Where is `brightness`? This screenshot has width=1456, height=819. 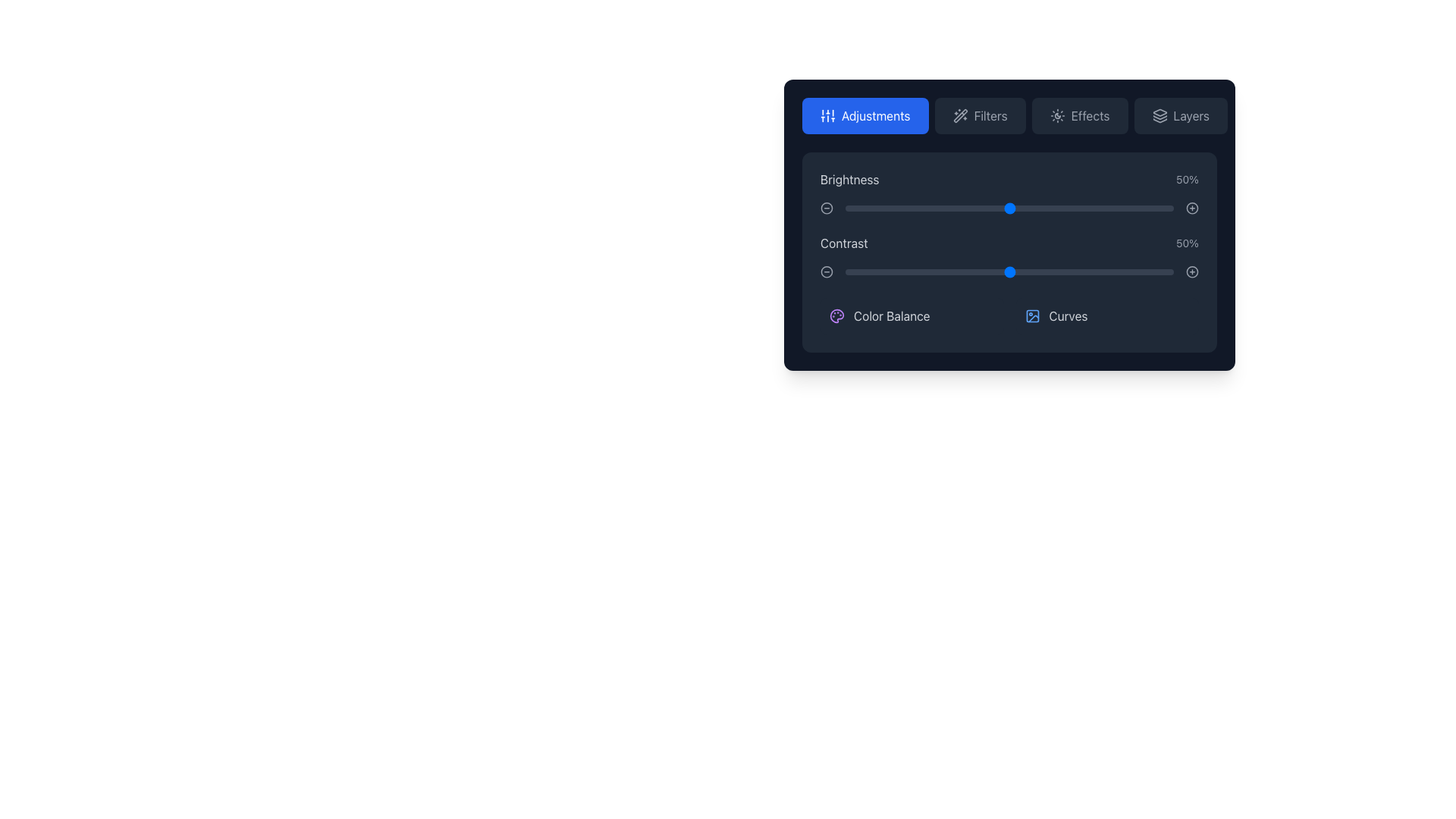 brightness is located at coordinates (1071, 208).